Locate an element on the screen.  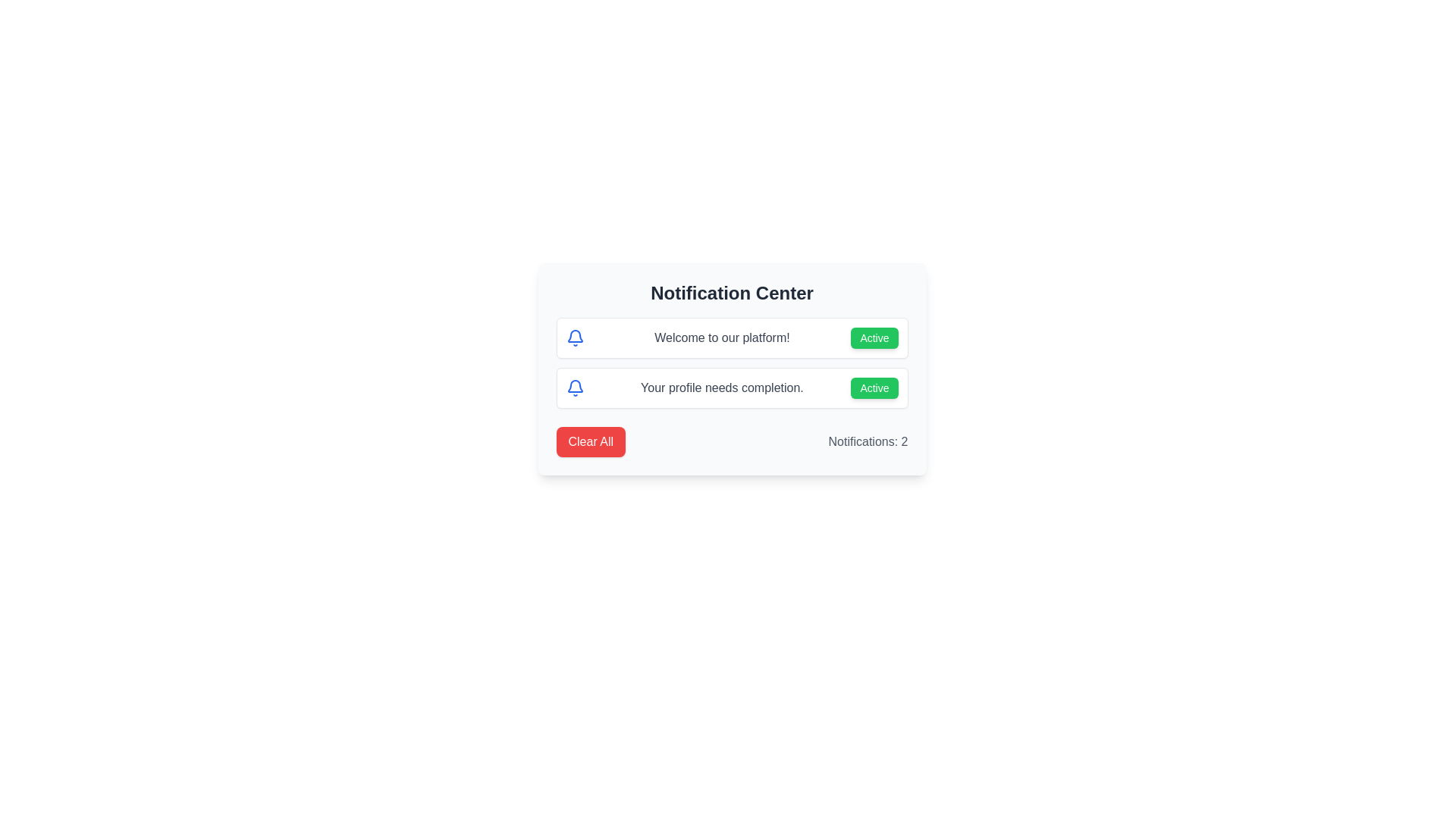
the button on the far left side of the notification center to clear all notifications is located at coordinates (590, 441).